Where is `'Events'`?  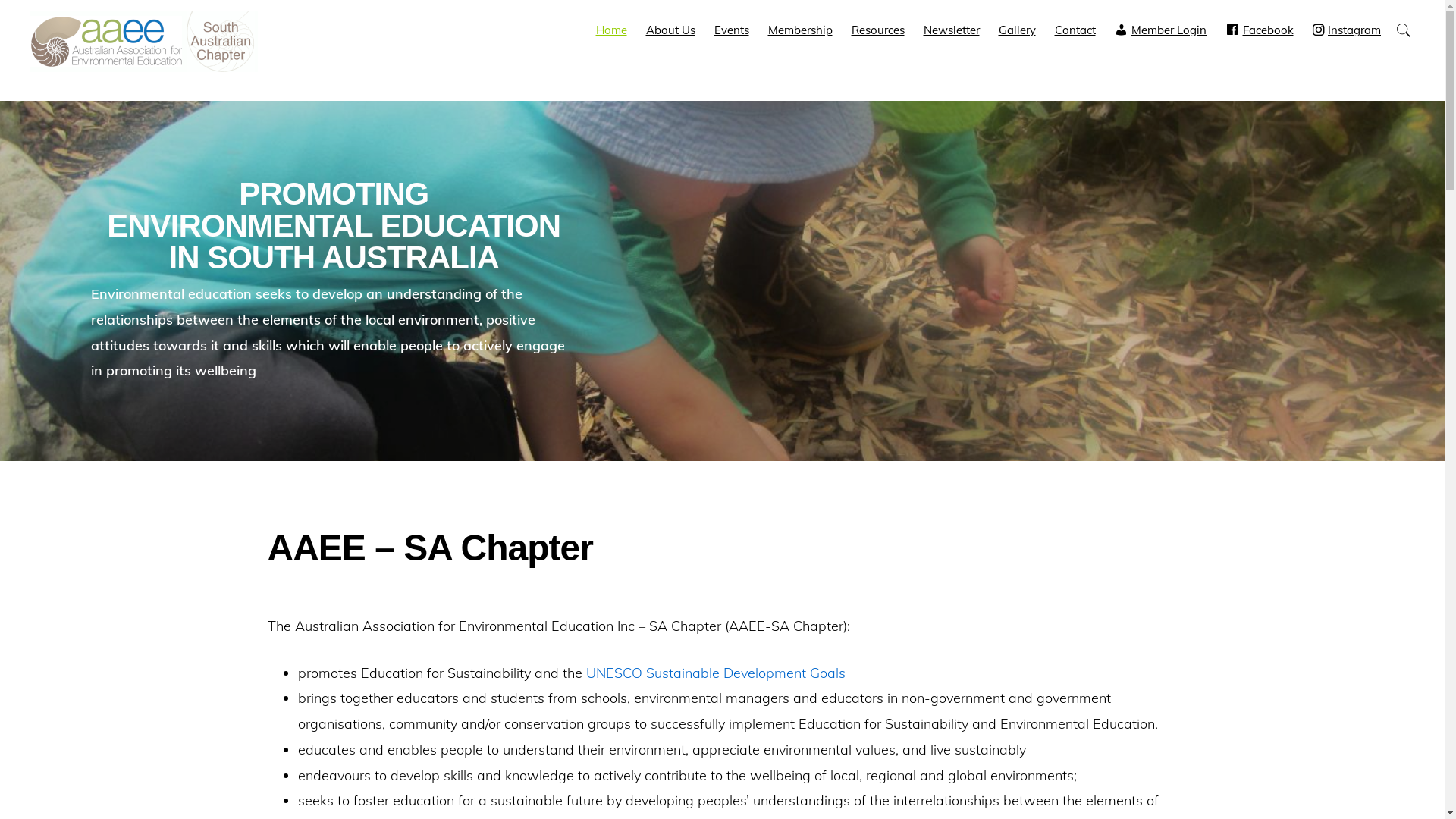 'Events' is located at coordinates (731, 30).